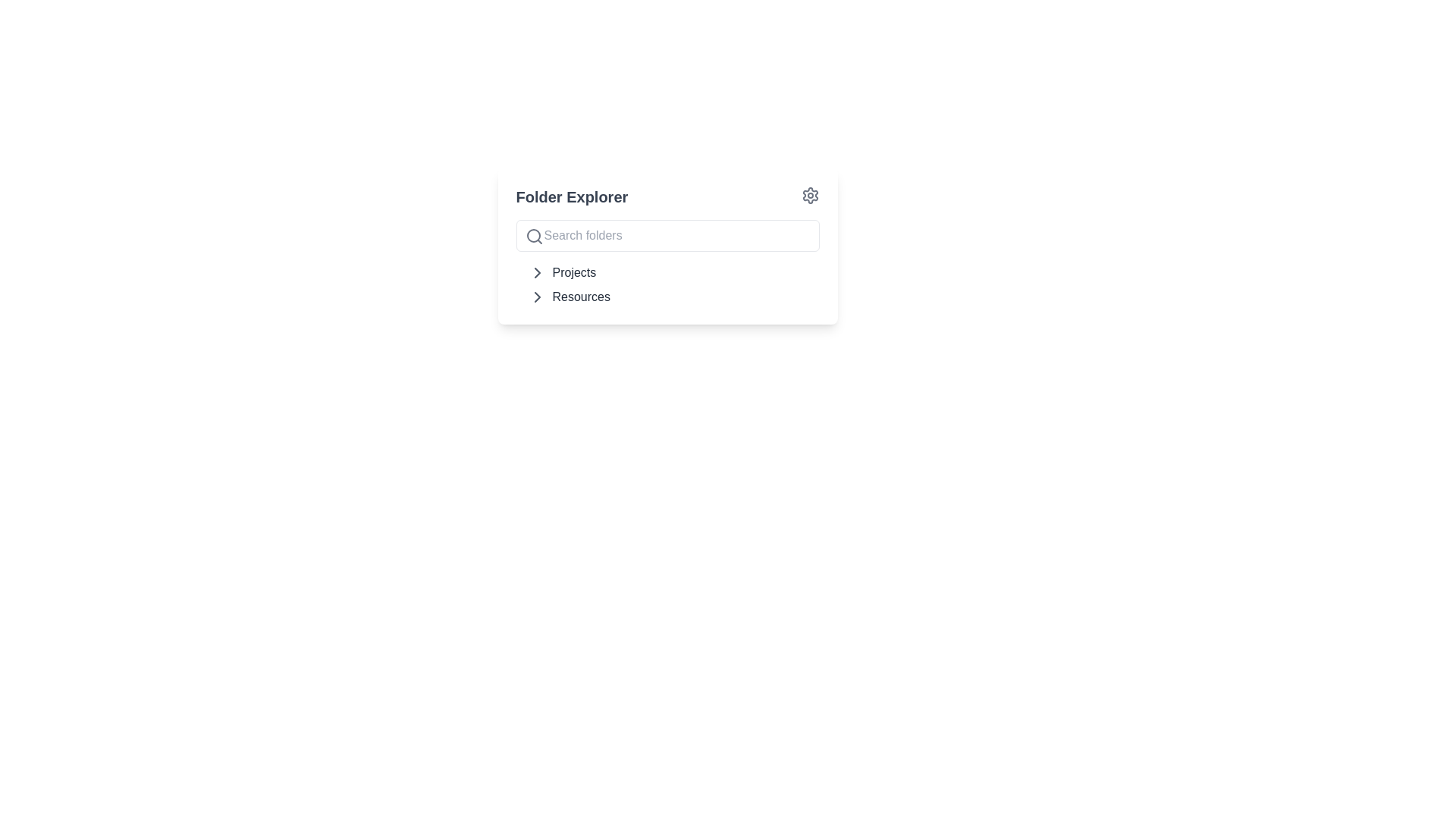  What do you see at coordinates (537, 297) in the screenshot?
I see `the gray arrow icon that indicates navigation, located to the left of the 'Resources' text` at bounding box center [537, 297].